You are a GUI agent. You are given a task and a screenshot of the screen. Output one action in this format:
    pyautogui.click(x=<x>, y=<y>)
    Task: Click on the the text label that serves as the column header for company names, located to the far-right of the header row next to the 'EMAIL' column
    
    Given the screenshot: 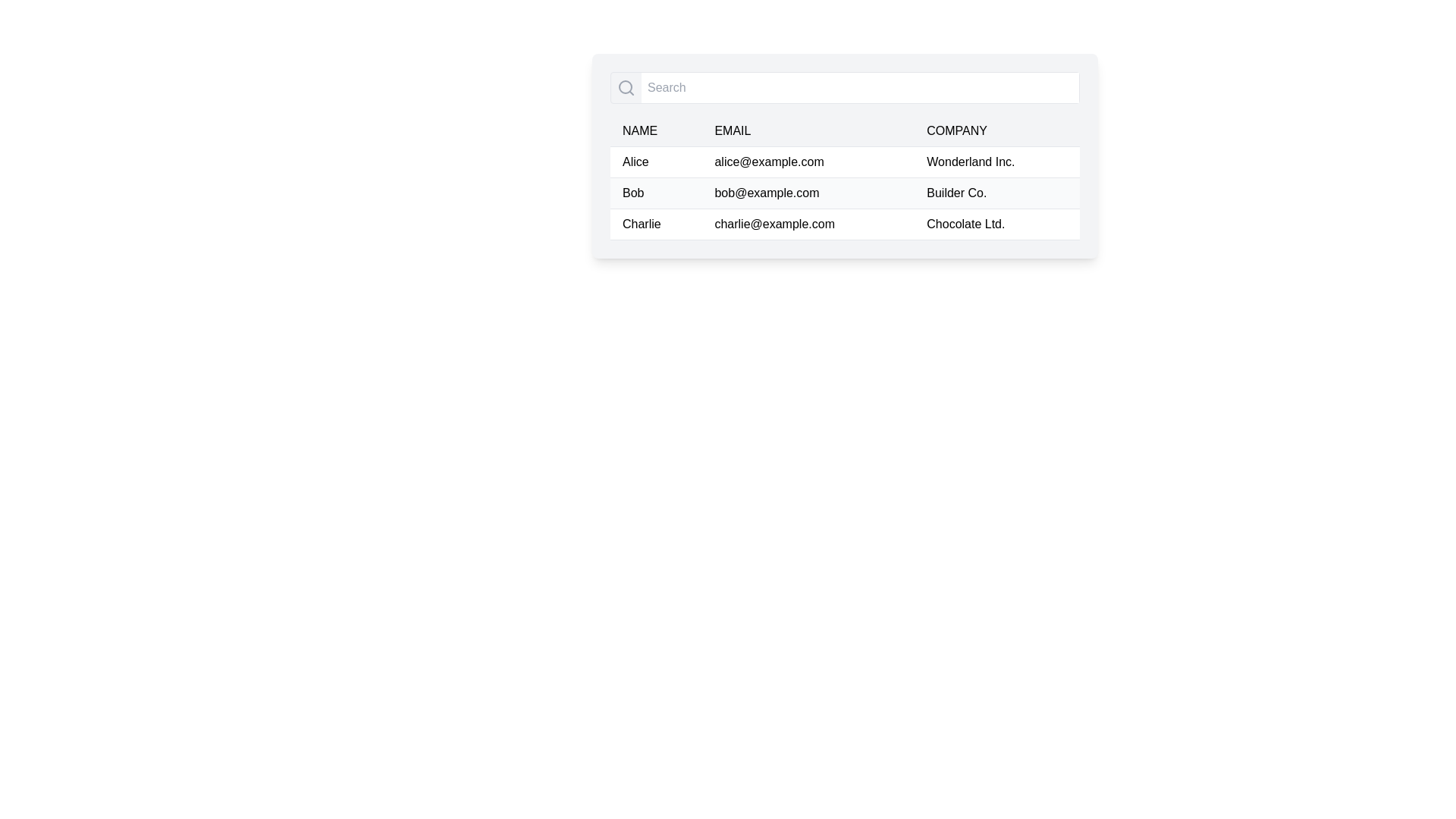 What is the action you would take?
    pyautogui.click(x=956, y=130)
    